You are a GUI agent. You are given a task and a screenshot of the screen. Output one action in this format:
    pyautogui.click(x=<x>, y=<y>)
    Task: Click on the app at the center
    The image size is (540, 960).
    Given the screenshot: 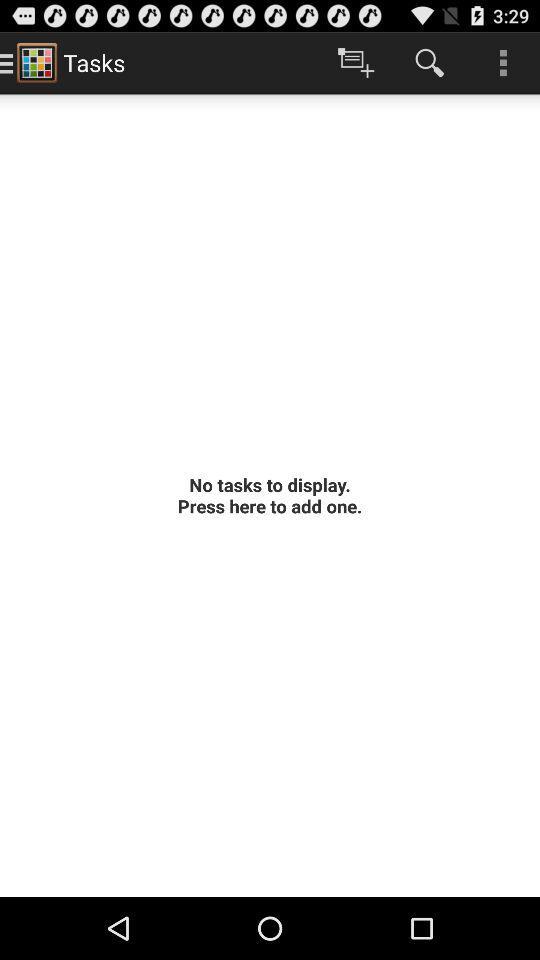 What is the action you would take?
    pyautogui.click(x=270, y=494)
    